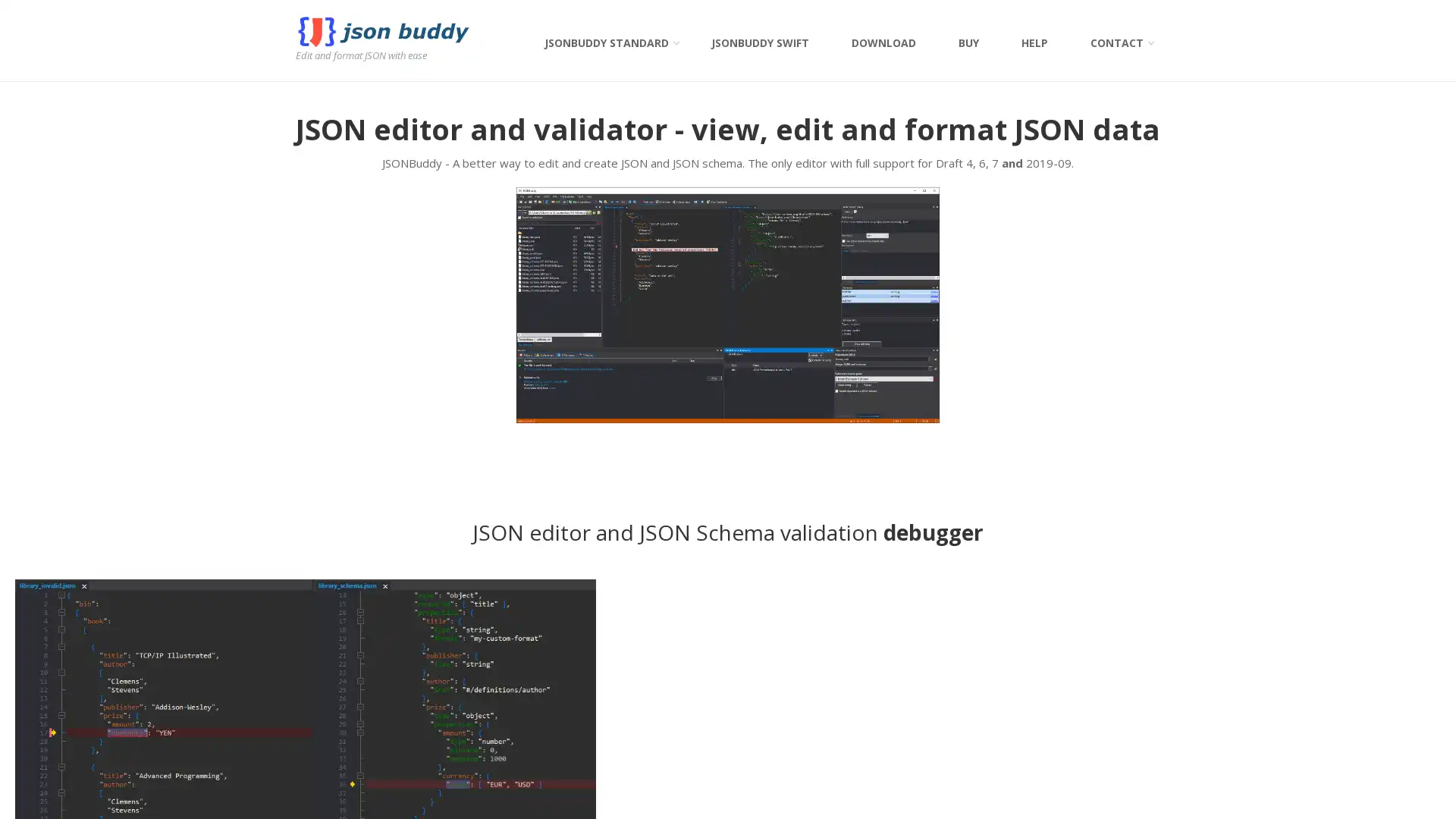  I want to click on DOWNLOAD FREE TRIAL, so click(1057, 426).